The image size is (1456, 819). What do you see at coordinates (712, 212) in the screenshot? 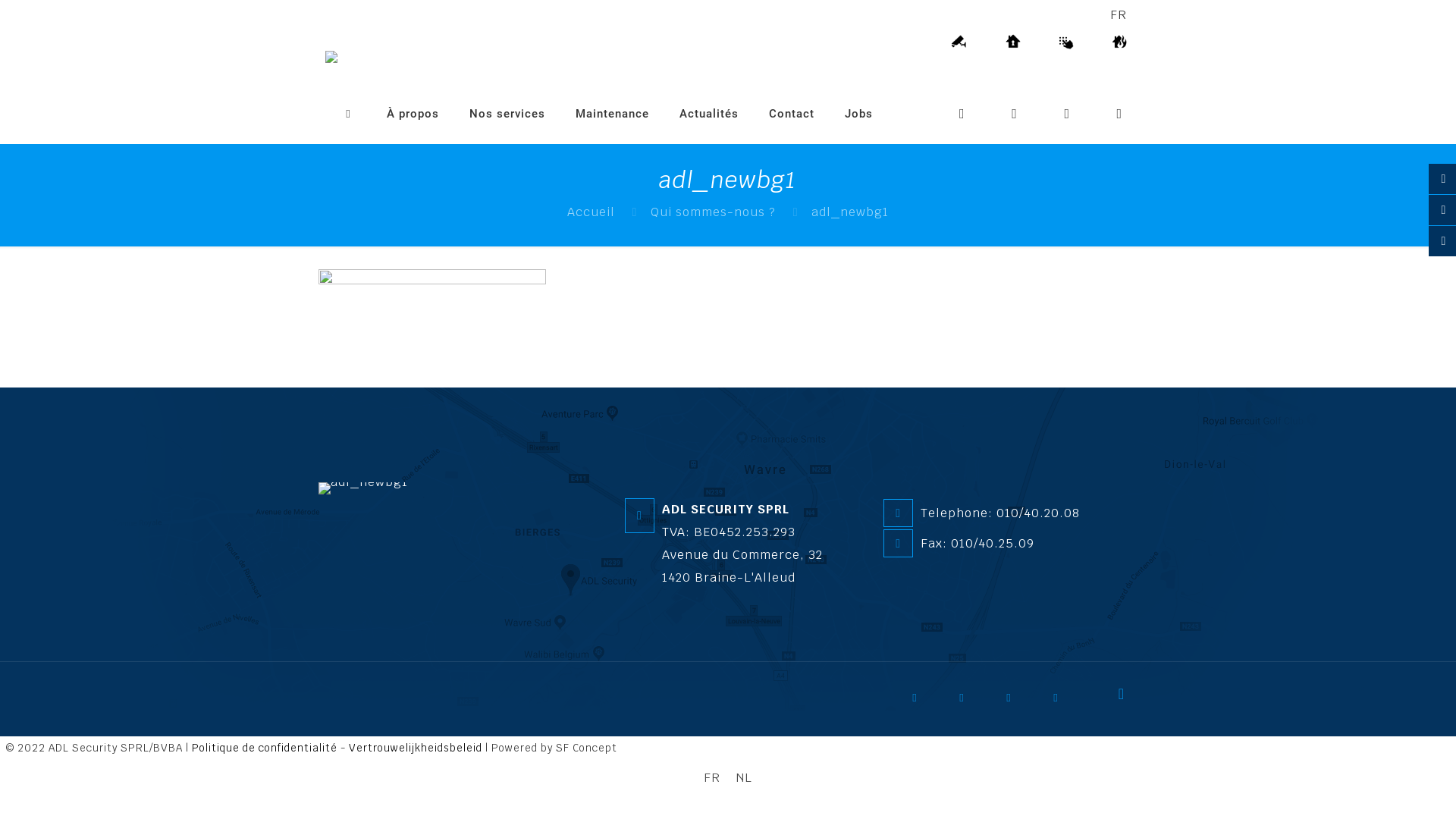
I see `'Qui sommes-nous ?'` at bounding box center [712, 212].